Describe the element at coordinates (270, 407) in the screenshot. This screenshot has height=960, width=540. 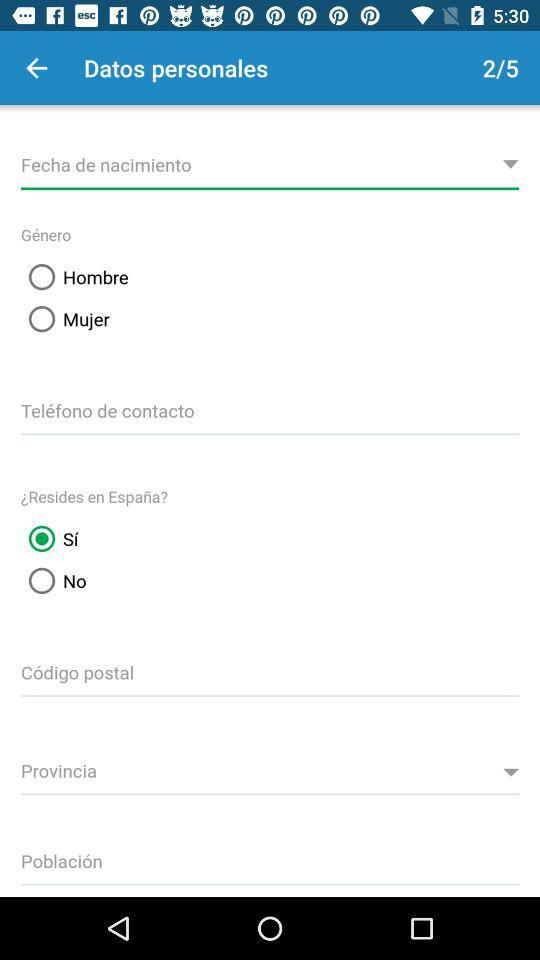
I see `phone number` at that location.